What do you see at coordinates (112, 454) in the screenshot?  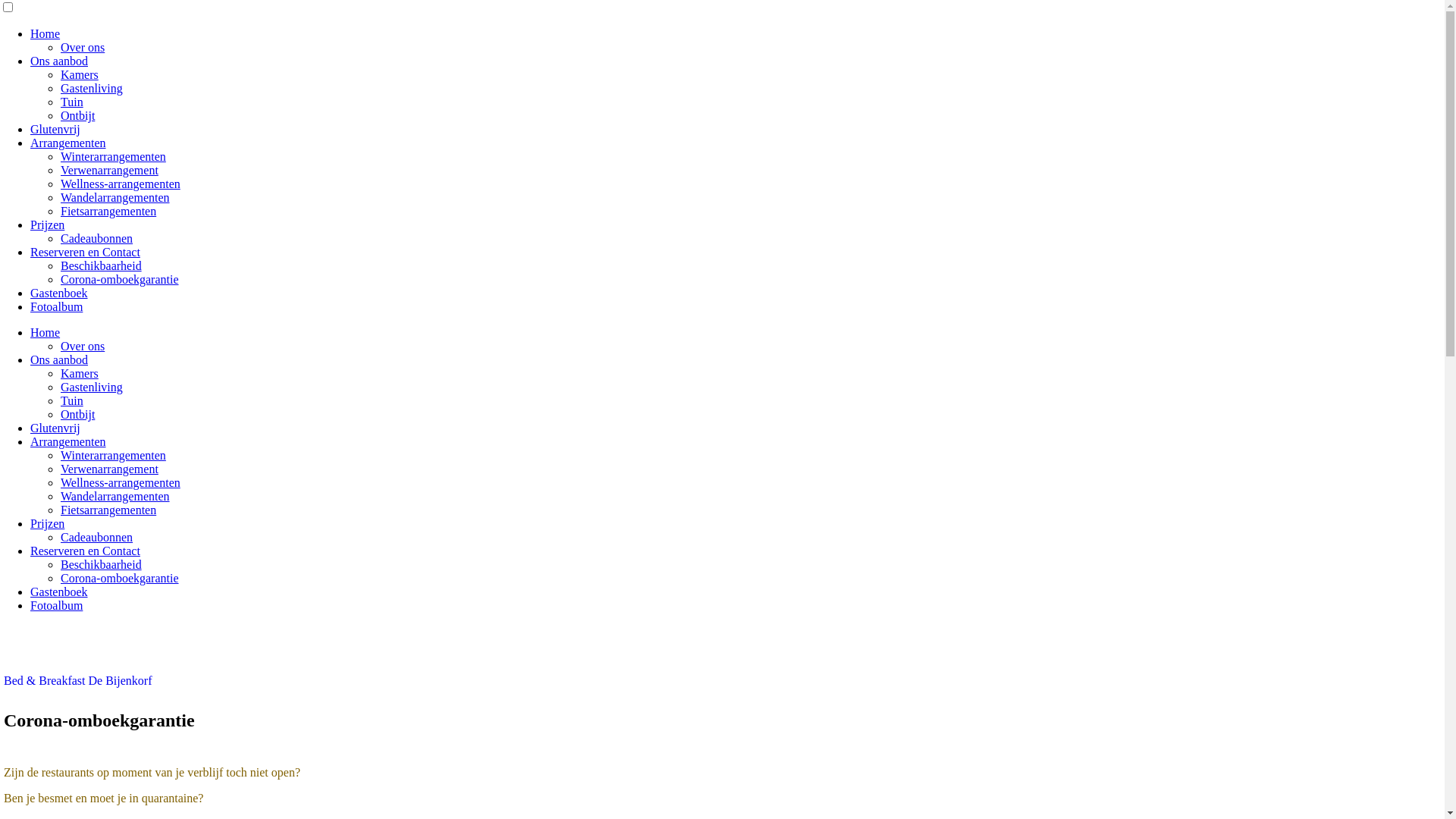 I see `'Winterarrangementen'` at bounding box center [112, 454].